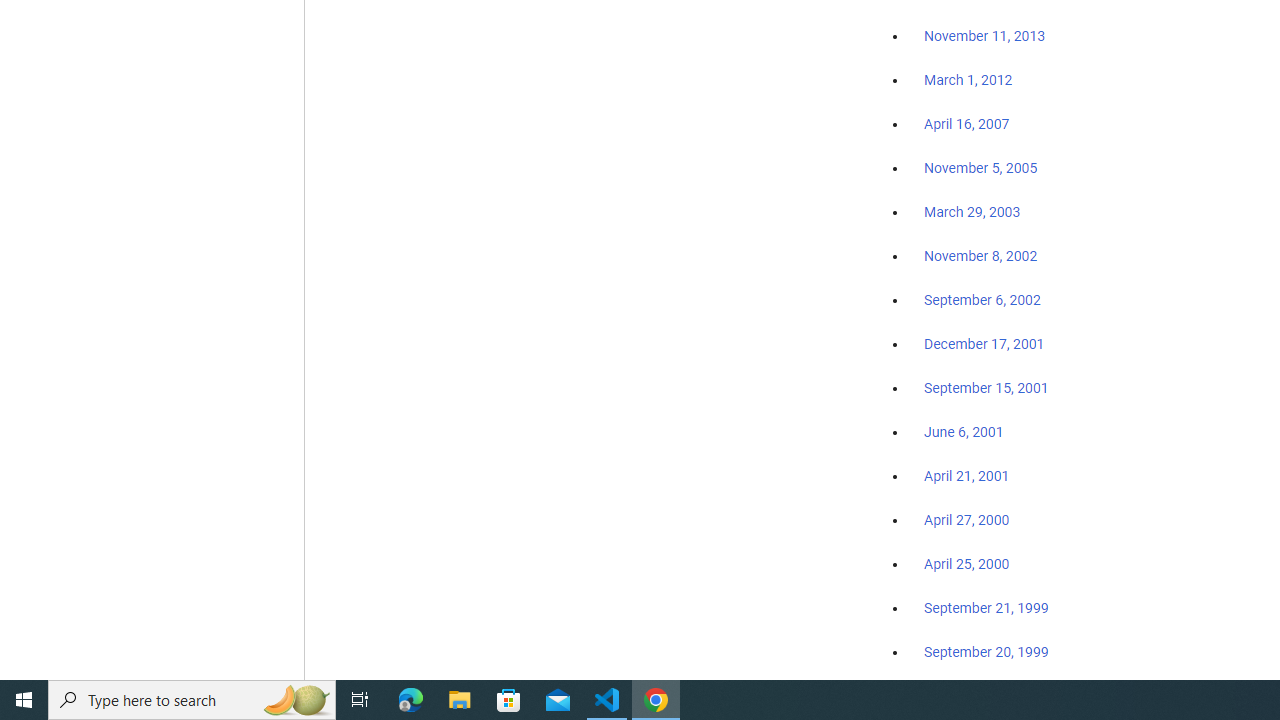  Describe the element at coordinates (963, 431) in the screenshot. I see `'June 6, 2001'` at that location.